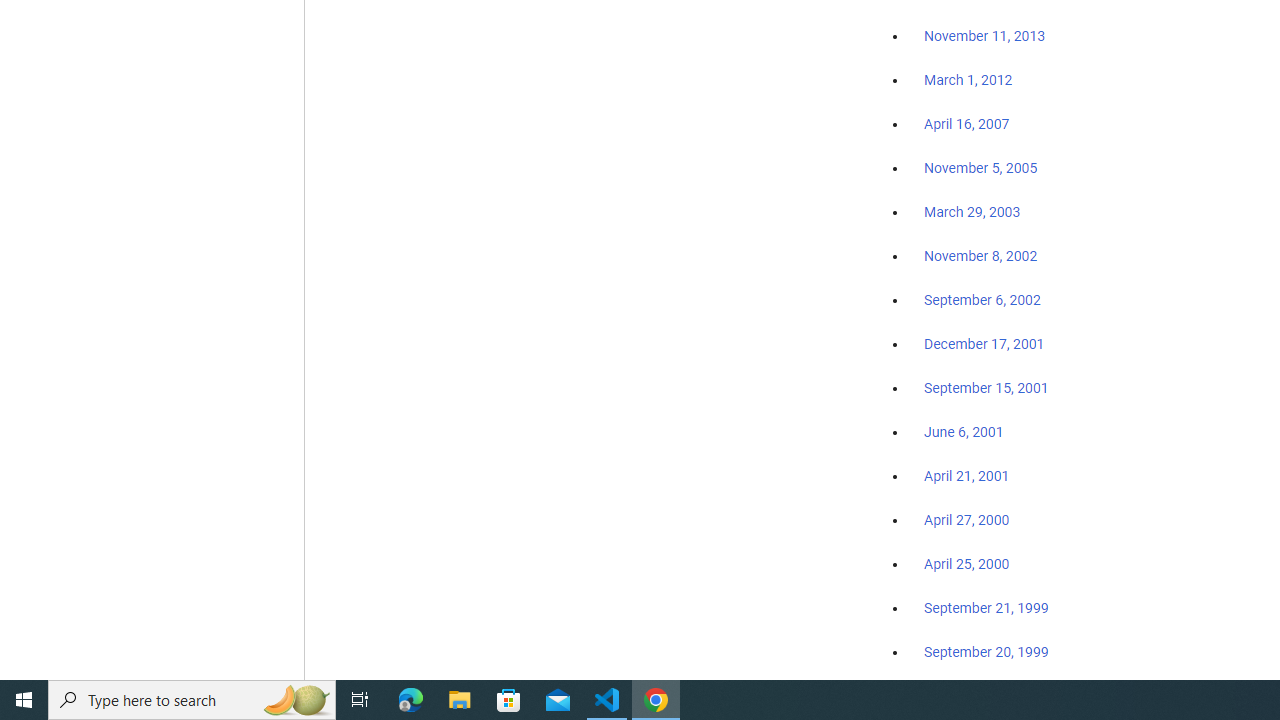  Describe the element at coordinates (963, 431) in the screenshot. I see `'June 6, 2001'` at that location.